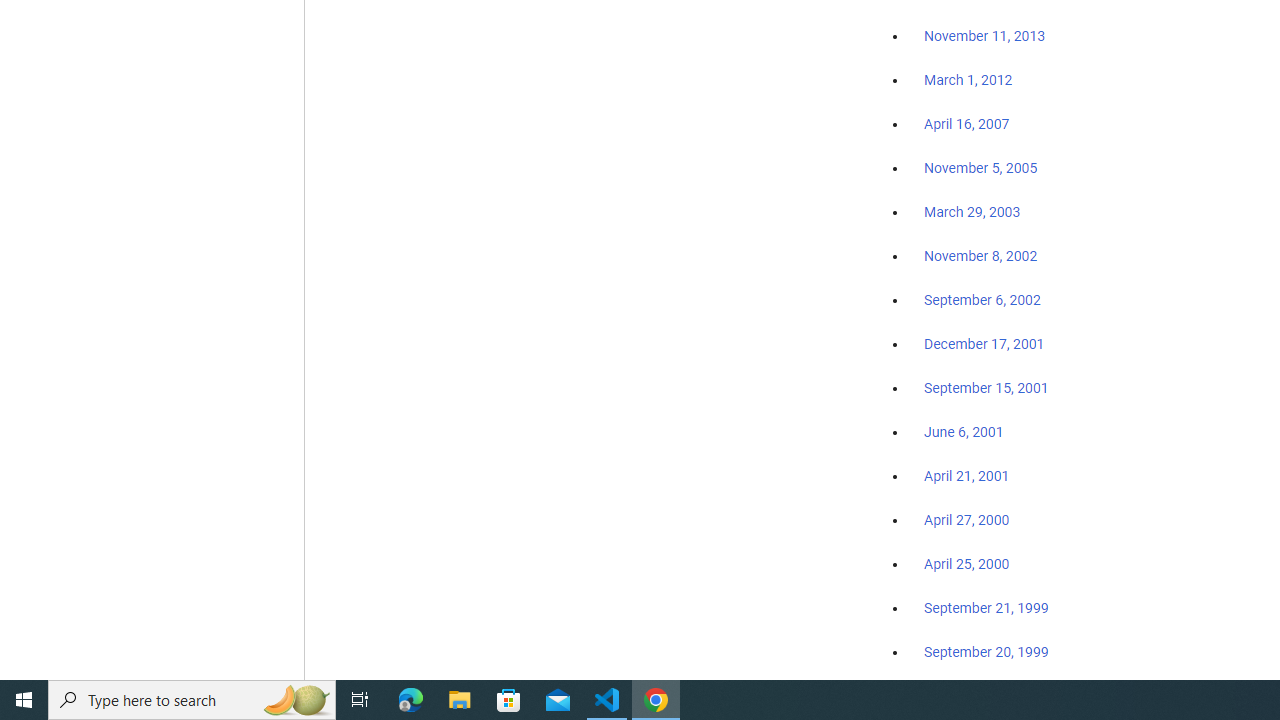  Describe the element at coordinates (963, 431) in the screenshot. I see `'June 6, 2001'` at that location.